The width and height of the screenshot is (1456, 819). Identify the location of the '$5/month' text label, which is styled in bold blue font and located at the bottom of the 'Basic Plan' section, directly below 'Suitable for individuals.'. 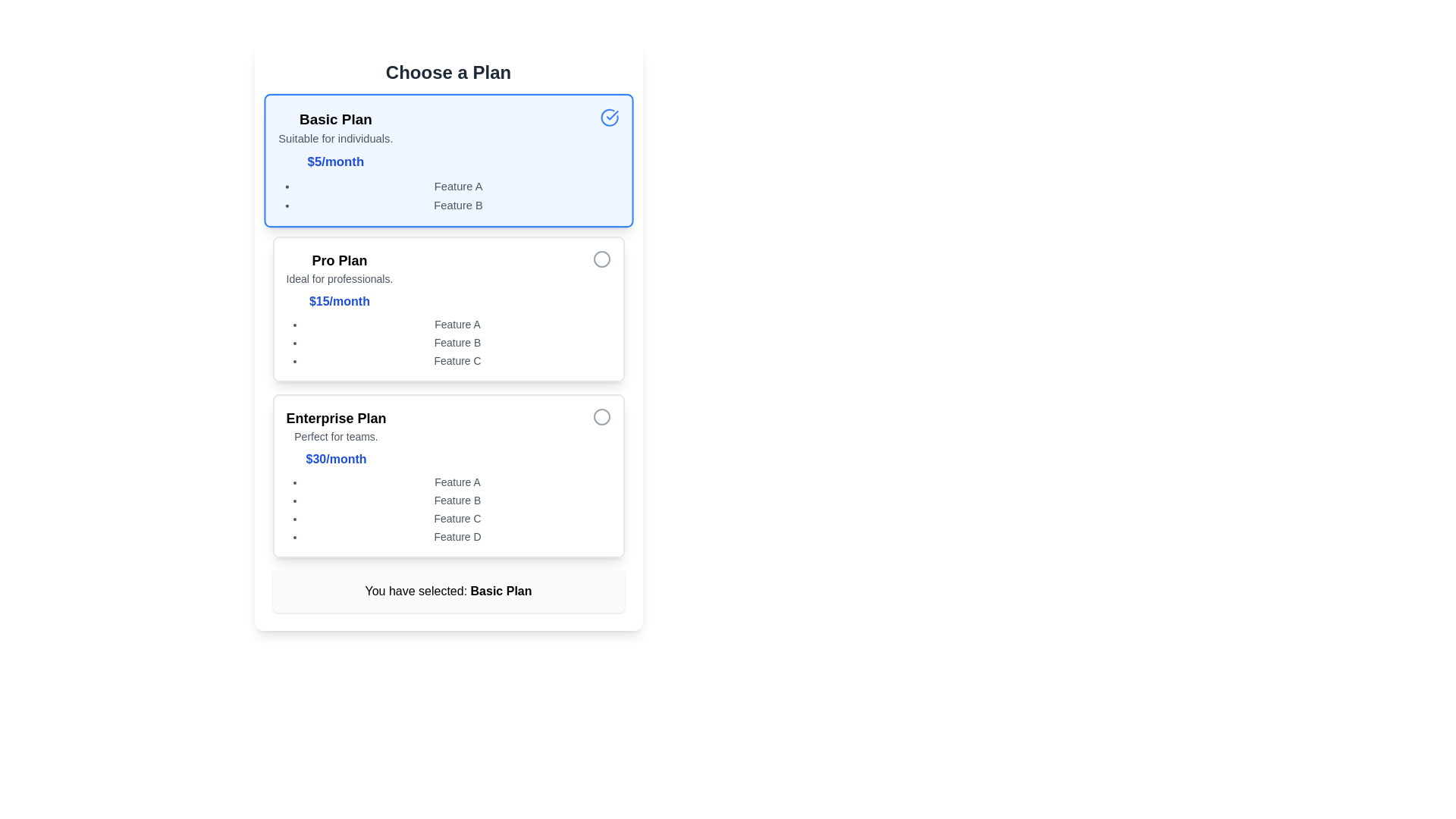
(334, 162).